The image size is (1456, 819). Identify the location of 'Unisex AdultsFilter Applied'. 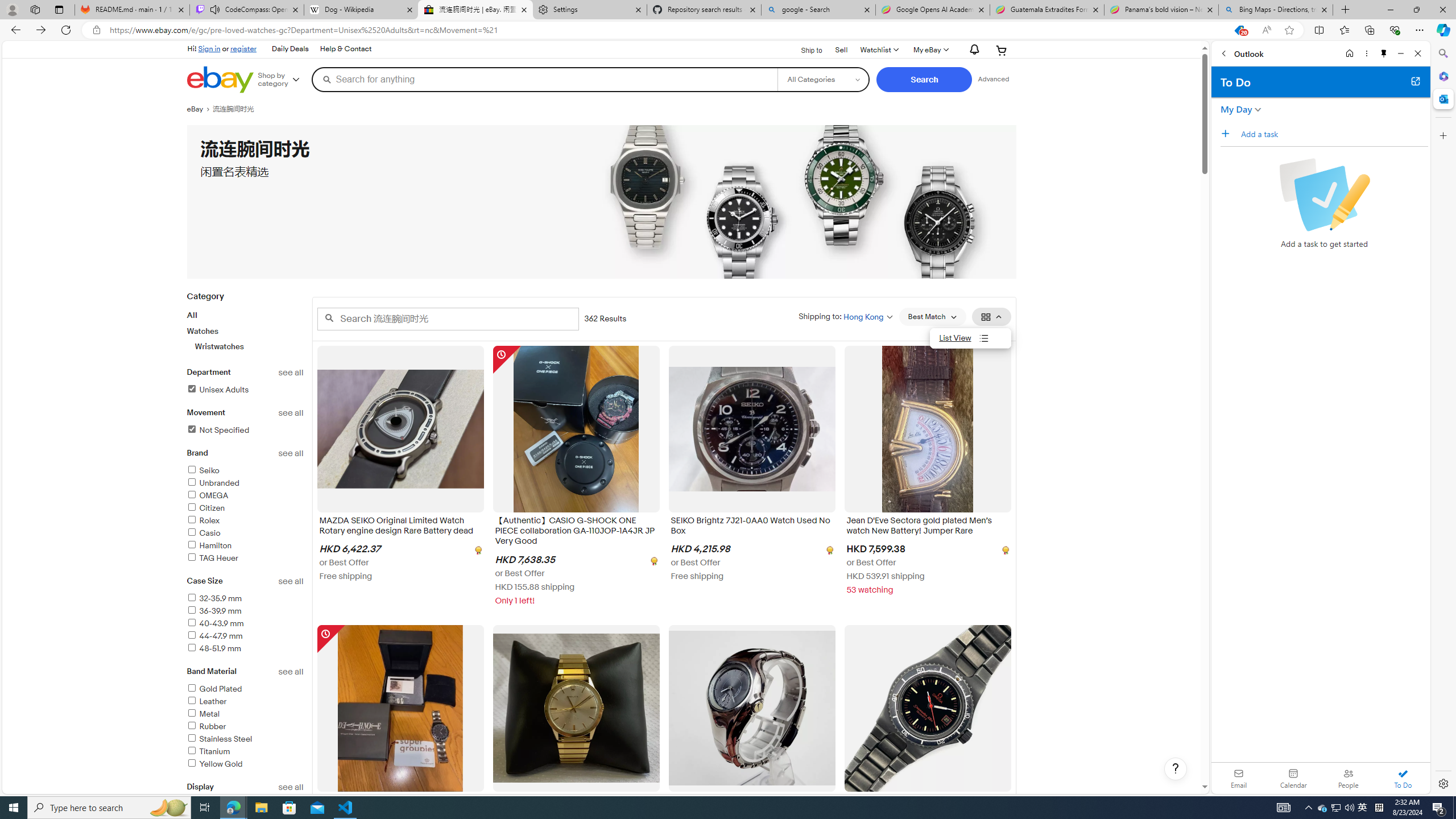
(245, 390).